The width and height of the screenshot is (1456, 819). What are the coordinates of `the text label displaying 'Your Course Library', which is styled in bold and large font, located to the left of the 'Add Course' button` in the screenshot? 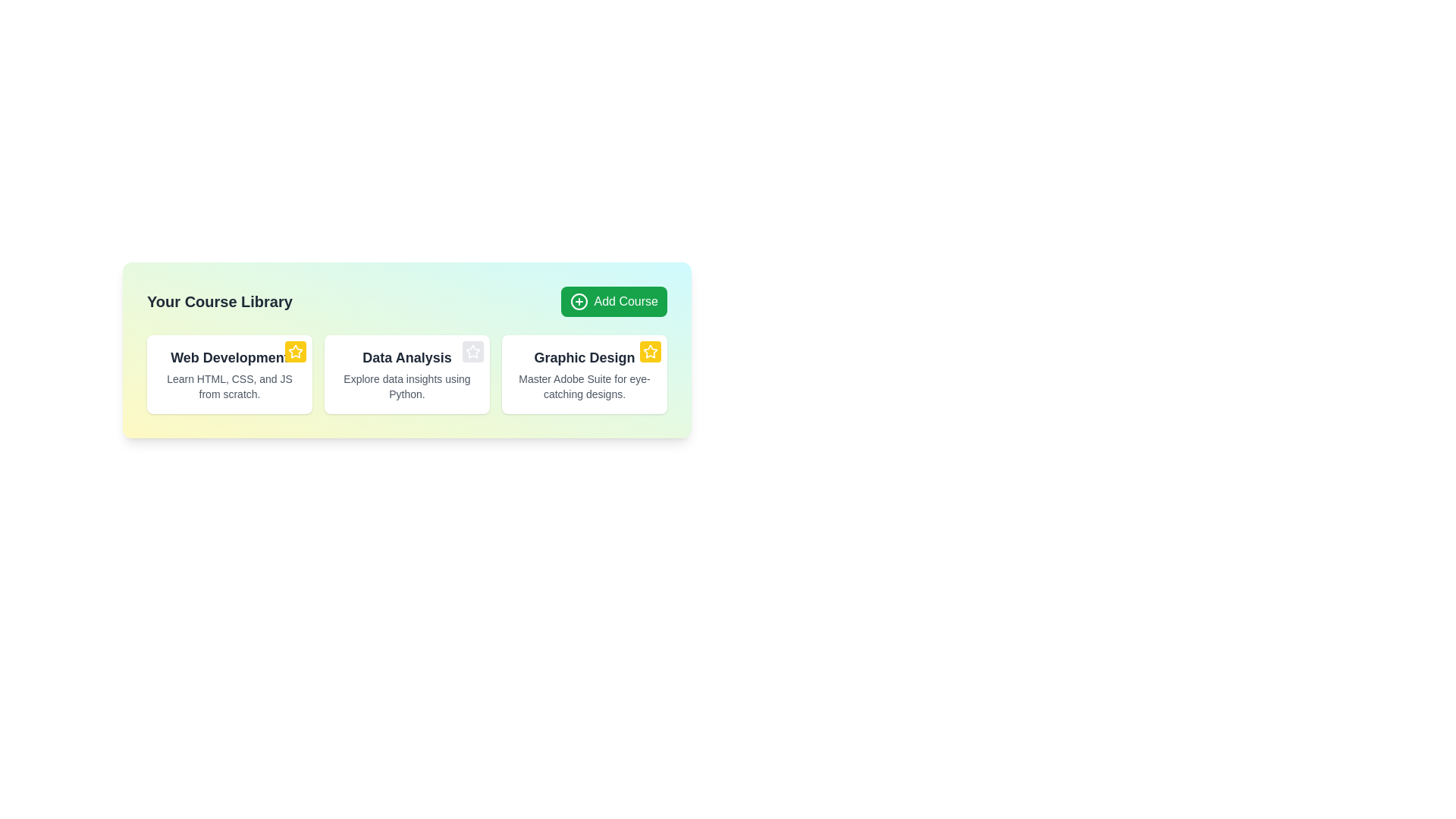 It's located at (218, 301).